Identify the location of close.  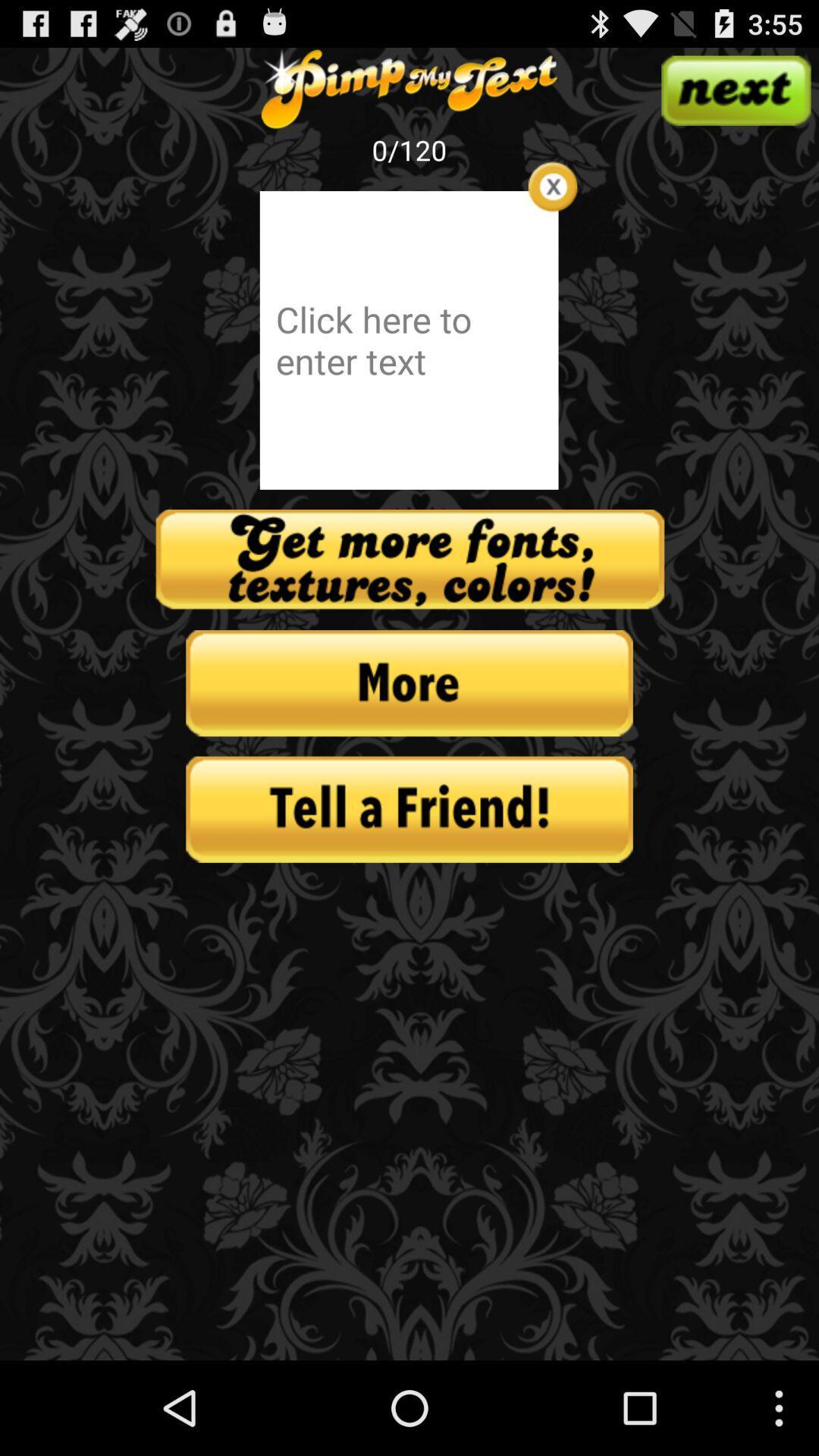
(553, 186).